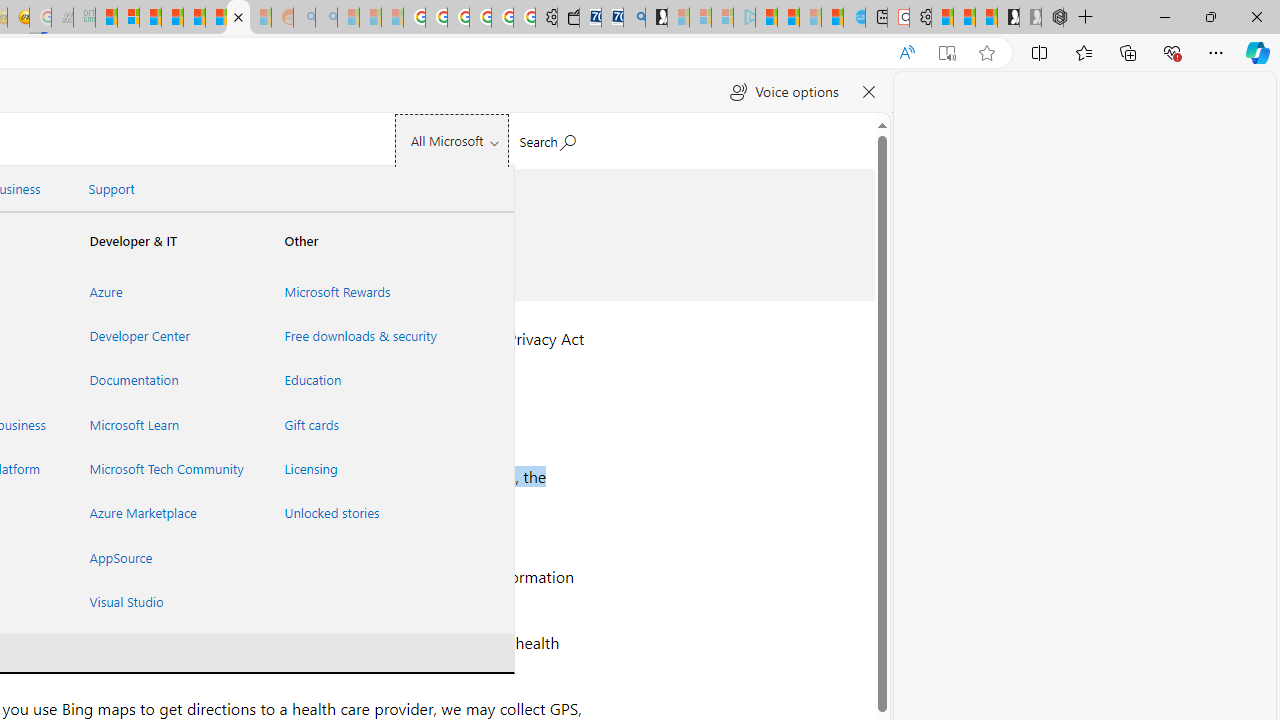 The width and height of the screenshot is (1280, 720). I want to click on 'Microsoft account | Privacy - Sleeping', so click(721, 17).